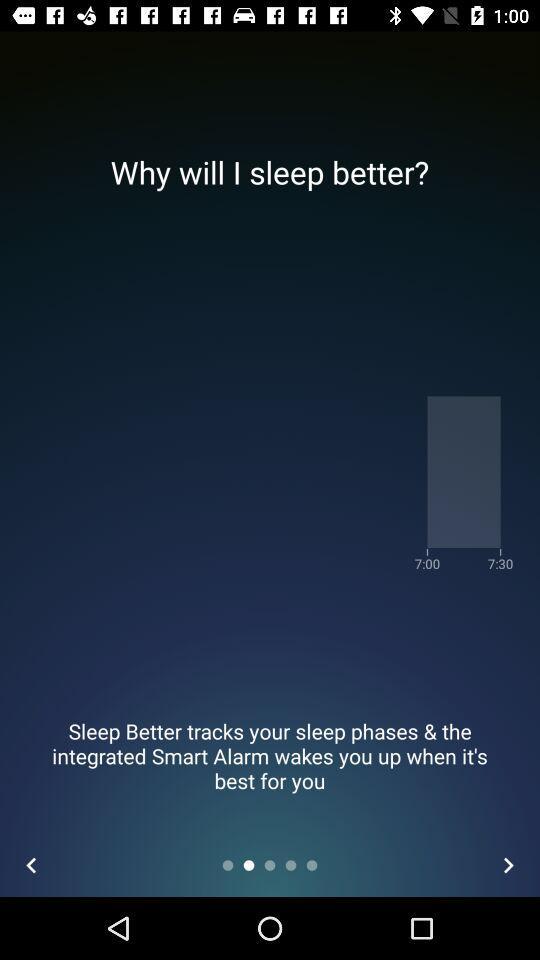 The width and height of the screenshot is (540, 960). I want to click on the arrow_forward icon, so click(508, 864).